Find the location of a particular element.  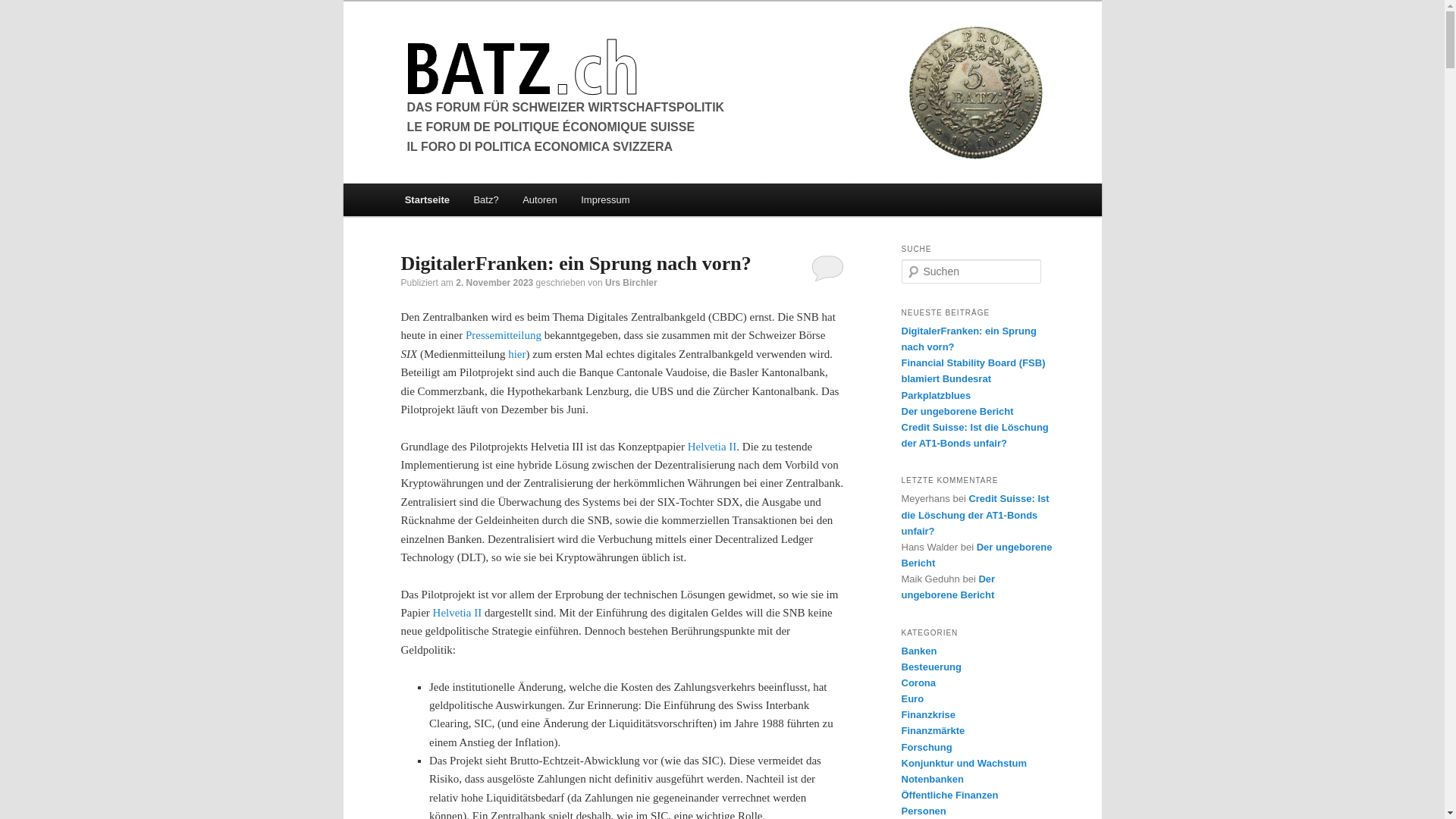

'Der ungeborene Bericht' is located at coordinates (956, 411).